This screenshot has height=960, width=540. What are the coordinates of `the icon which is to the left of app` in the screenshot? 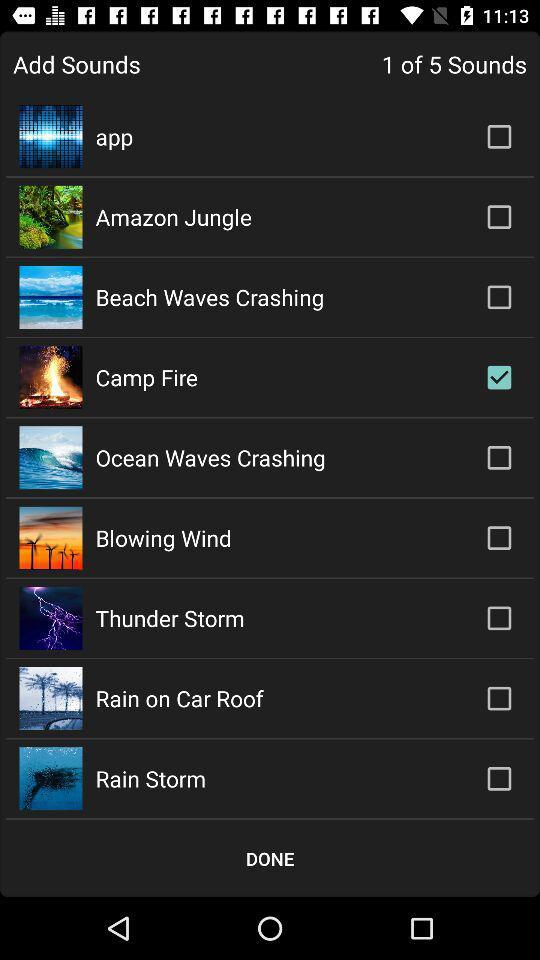 It's located at (51, 135).